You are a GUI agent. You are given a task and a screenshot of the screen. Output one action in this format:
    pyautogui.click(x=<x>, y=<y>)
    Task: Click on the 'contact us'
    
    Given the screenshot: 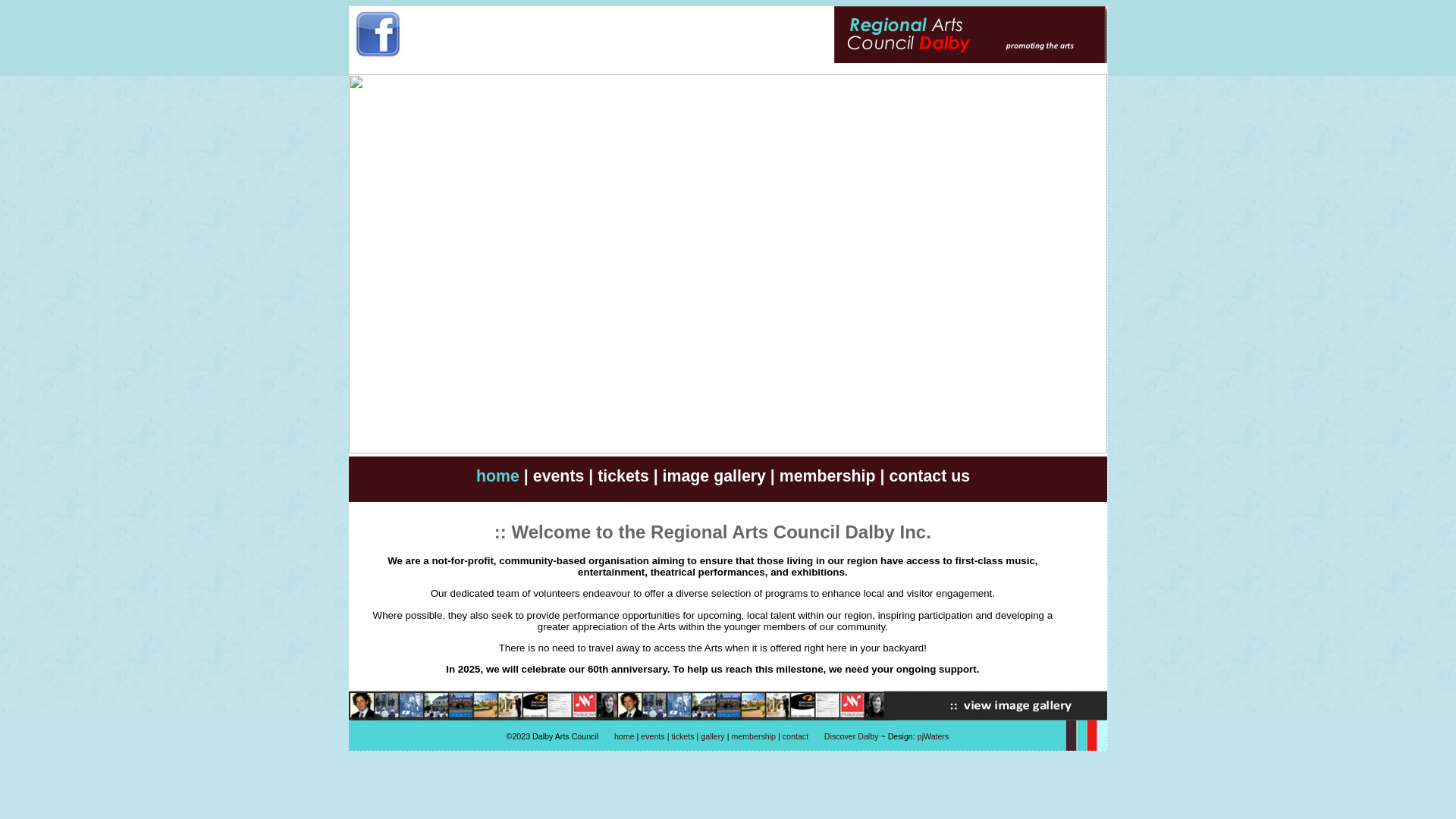 What is the action you would take?
    pyautogui.click(x=928, y=475)
    